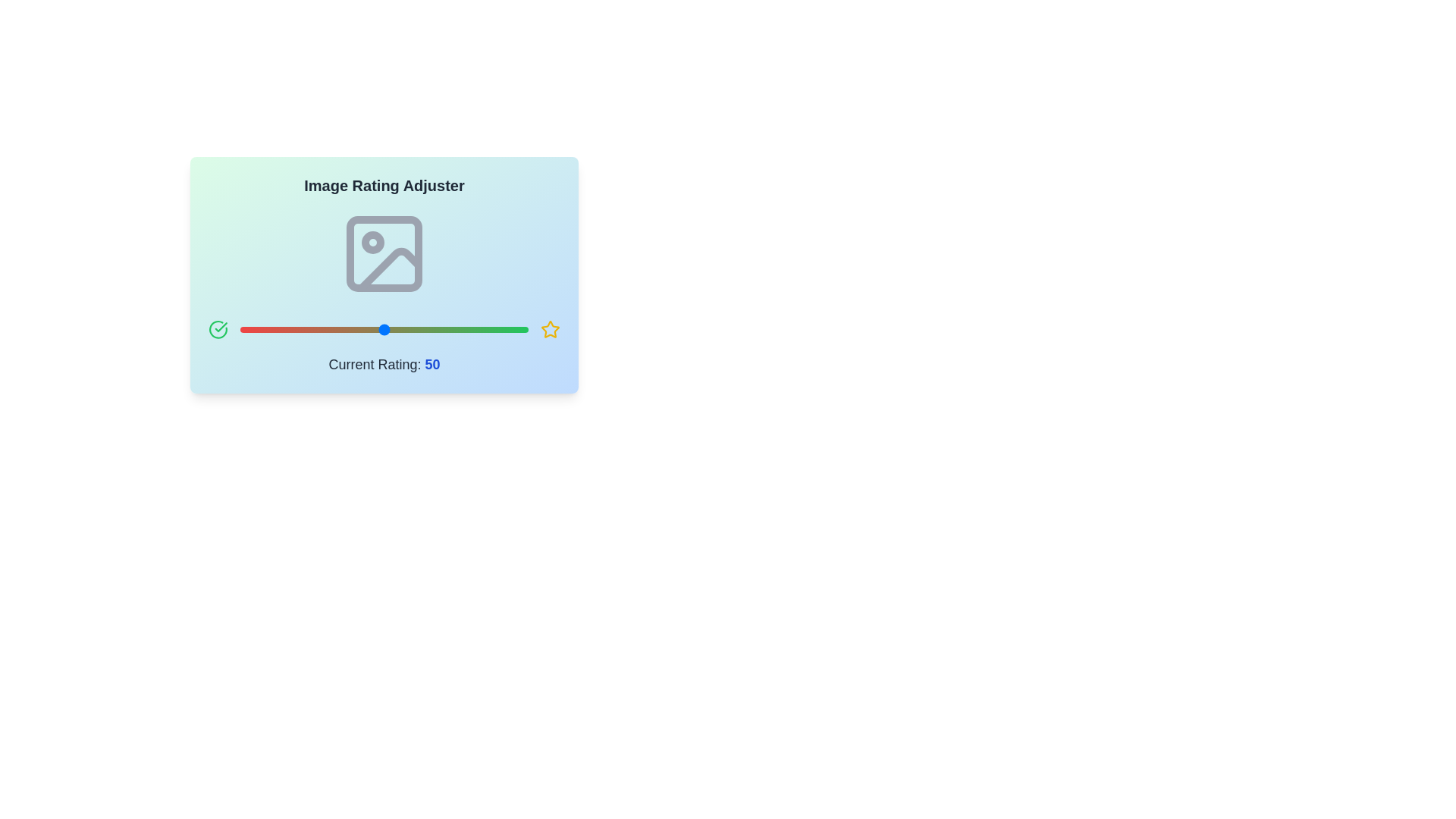 Image resolution: width=1456 pixels, height=819 pixels. What do you see at coordinates (499, 329) in the screenshot?
I see `the slider to set the rating to 90` at bounding box center [499, 329].